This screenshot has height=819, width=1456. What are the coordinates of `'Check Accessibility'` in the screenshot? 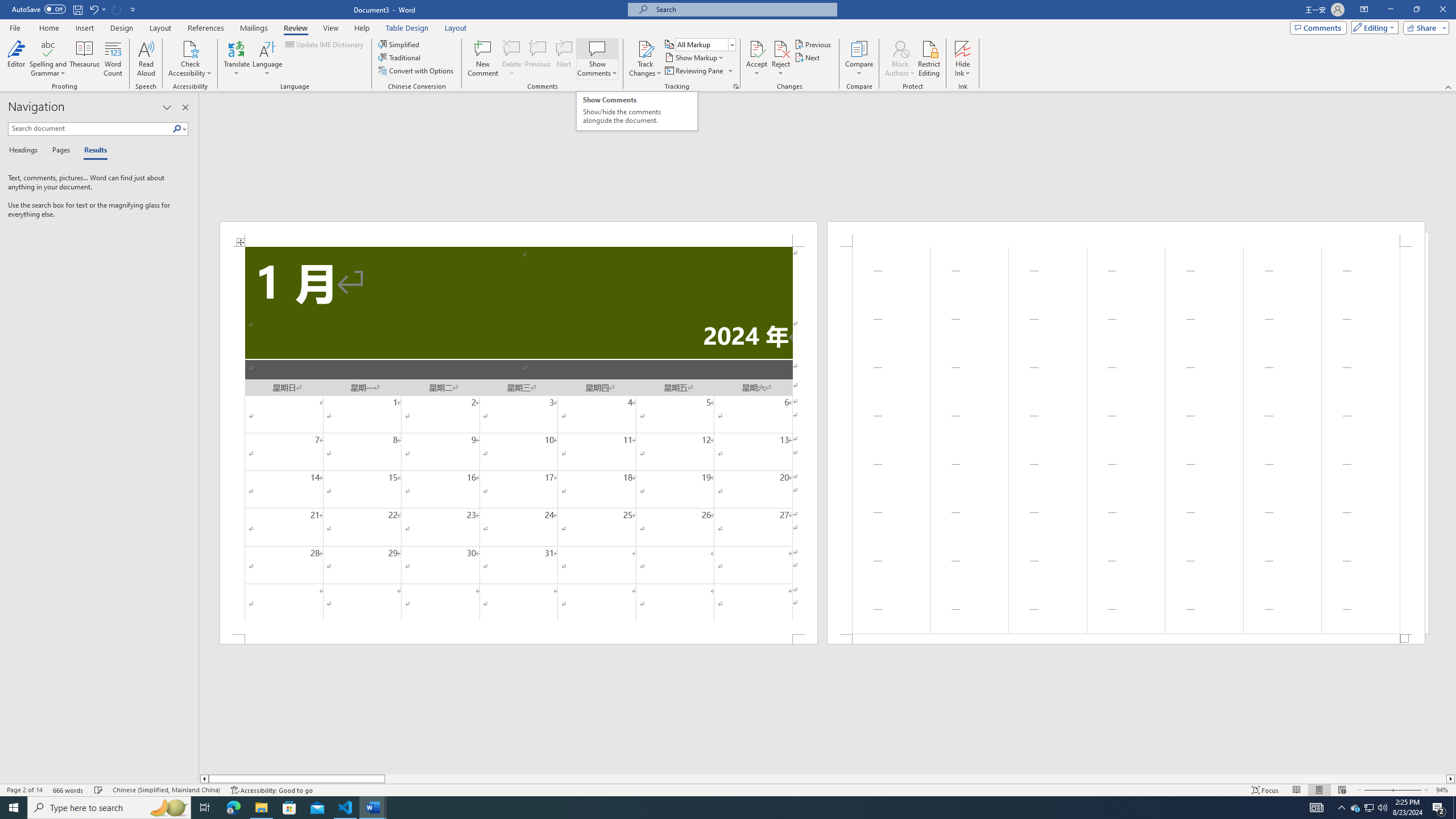 It's located at (190, 48).